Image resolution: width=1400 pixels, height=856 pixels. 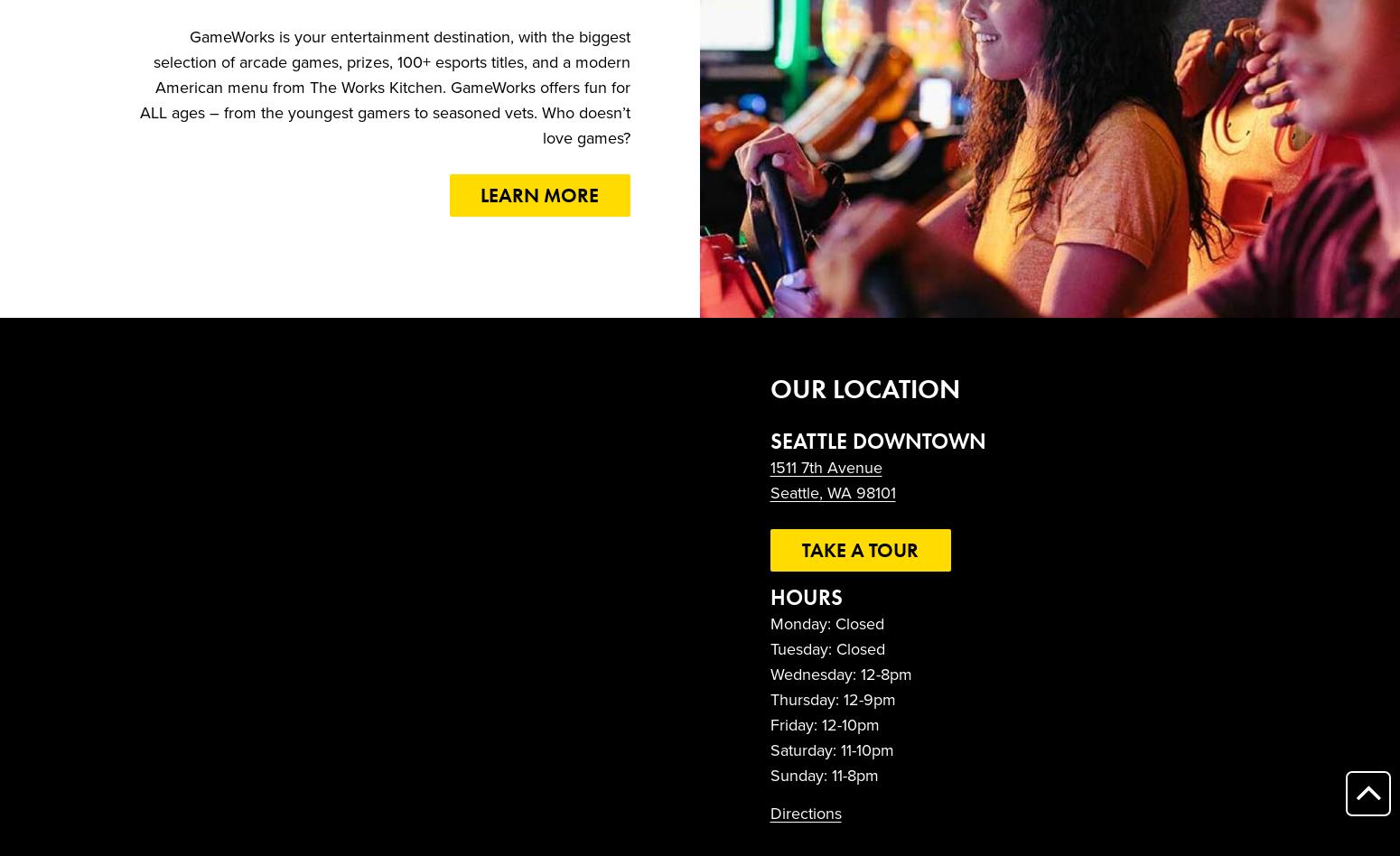 What do you see at coordinates (806, 596) in the screenshot?
I see `'Hours'` at bounding box center [806, 596].